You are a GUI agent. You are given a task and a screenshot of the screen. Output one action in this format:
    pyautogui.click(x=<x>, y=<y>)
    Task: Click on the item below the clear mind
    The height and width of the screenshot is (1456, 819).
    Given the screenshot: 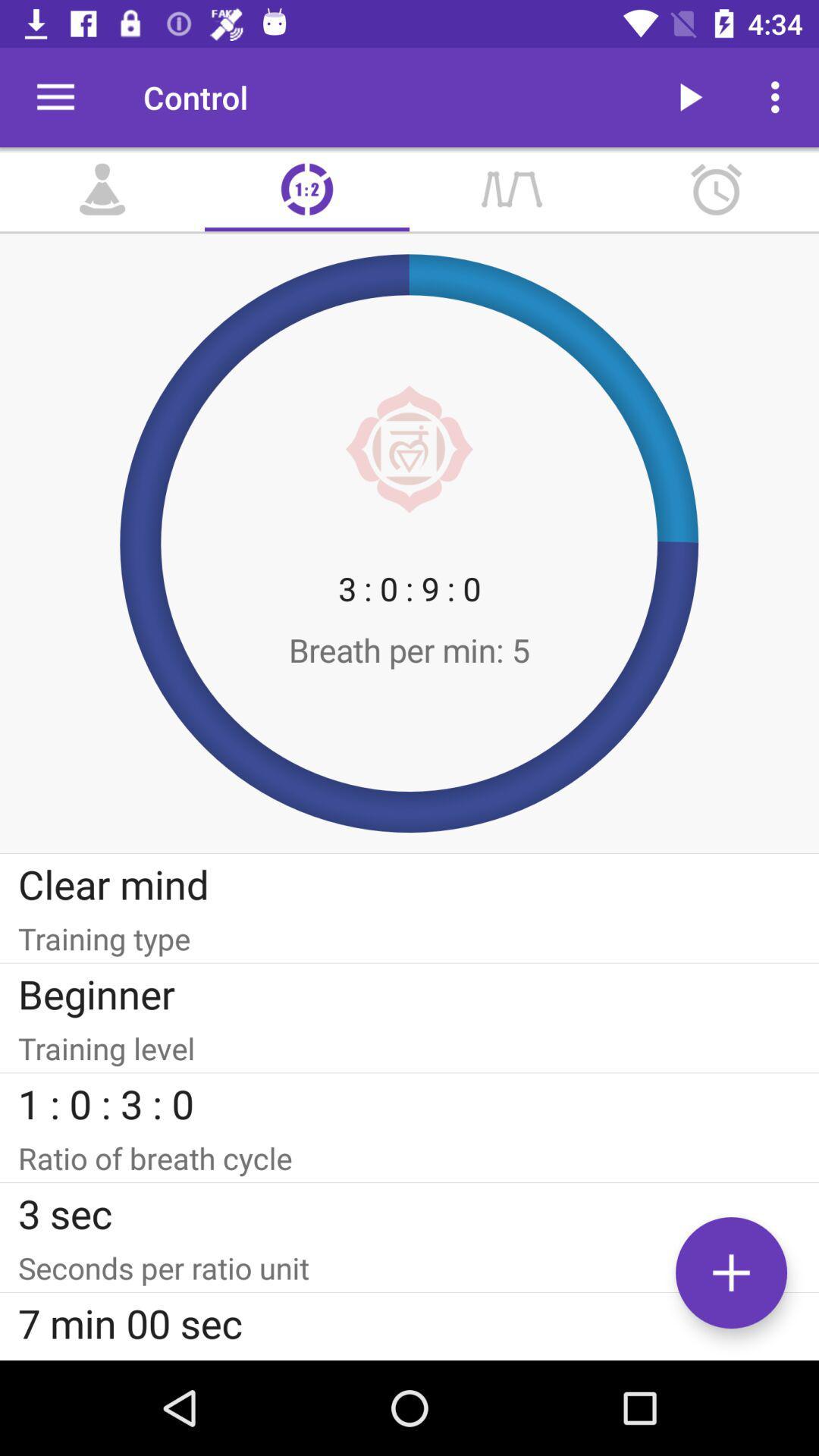 What is the action you would take?
    pyautogui.click(x=409, y=937)
    